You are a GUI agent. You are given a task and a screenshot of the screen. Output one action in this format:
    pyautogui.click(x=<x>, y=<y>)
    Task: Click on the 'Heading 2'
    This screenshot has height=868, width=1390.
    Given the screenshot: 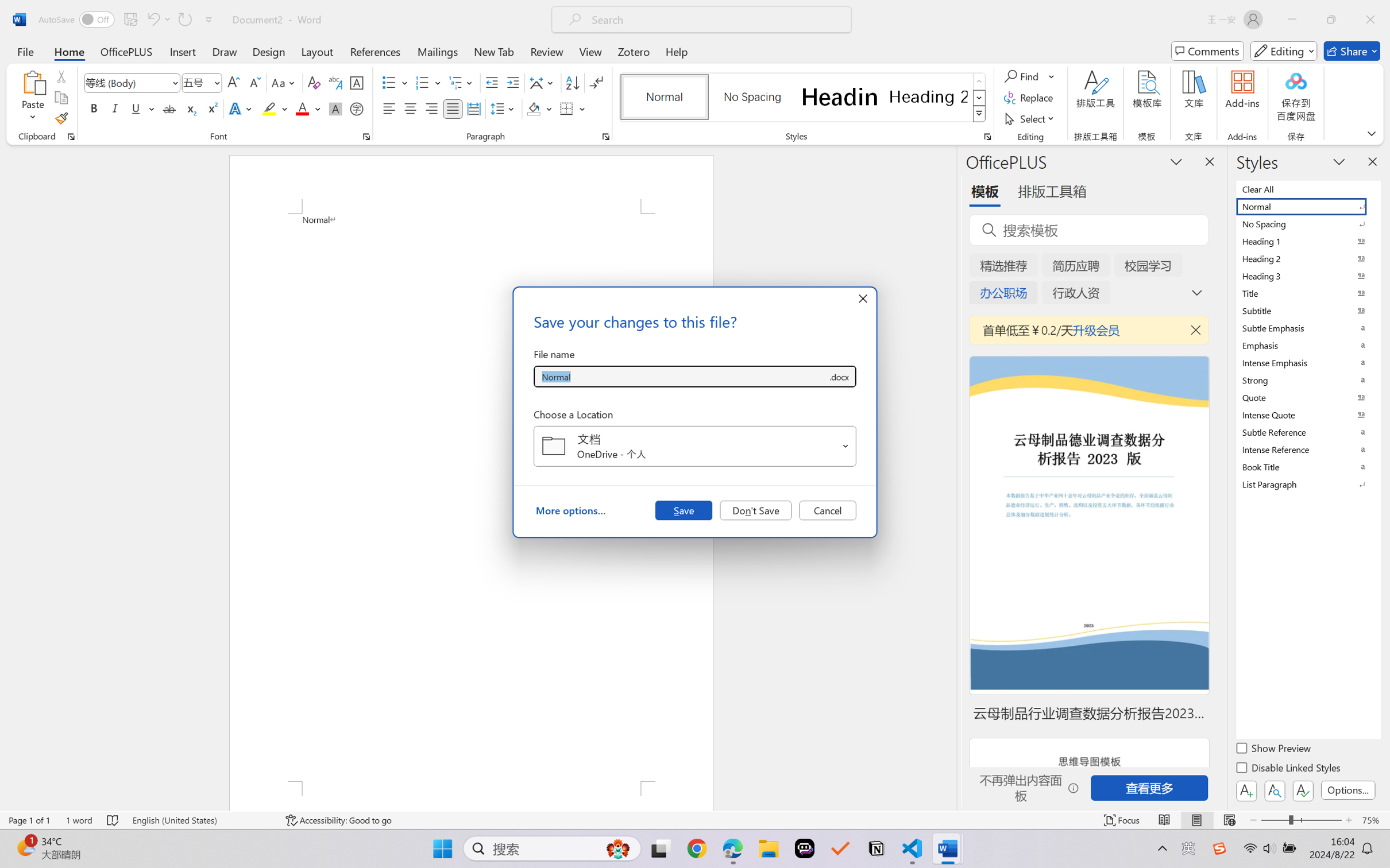 What is the action you would take?
    pyautogui.click(x=928, y=96)
    